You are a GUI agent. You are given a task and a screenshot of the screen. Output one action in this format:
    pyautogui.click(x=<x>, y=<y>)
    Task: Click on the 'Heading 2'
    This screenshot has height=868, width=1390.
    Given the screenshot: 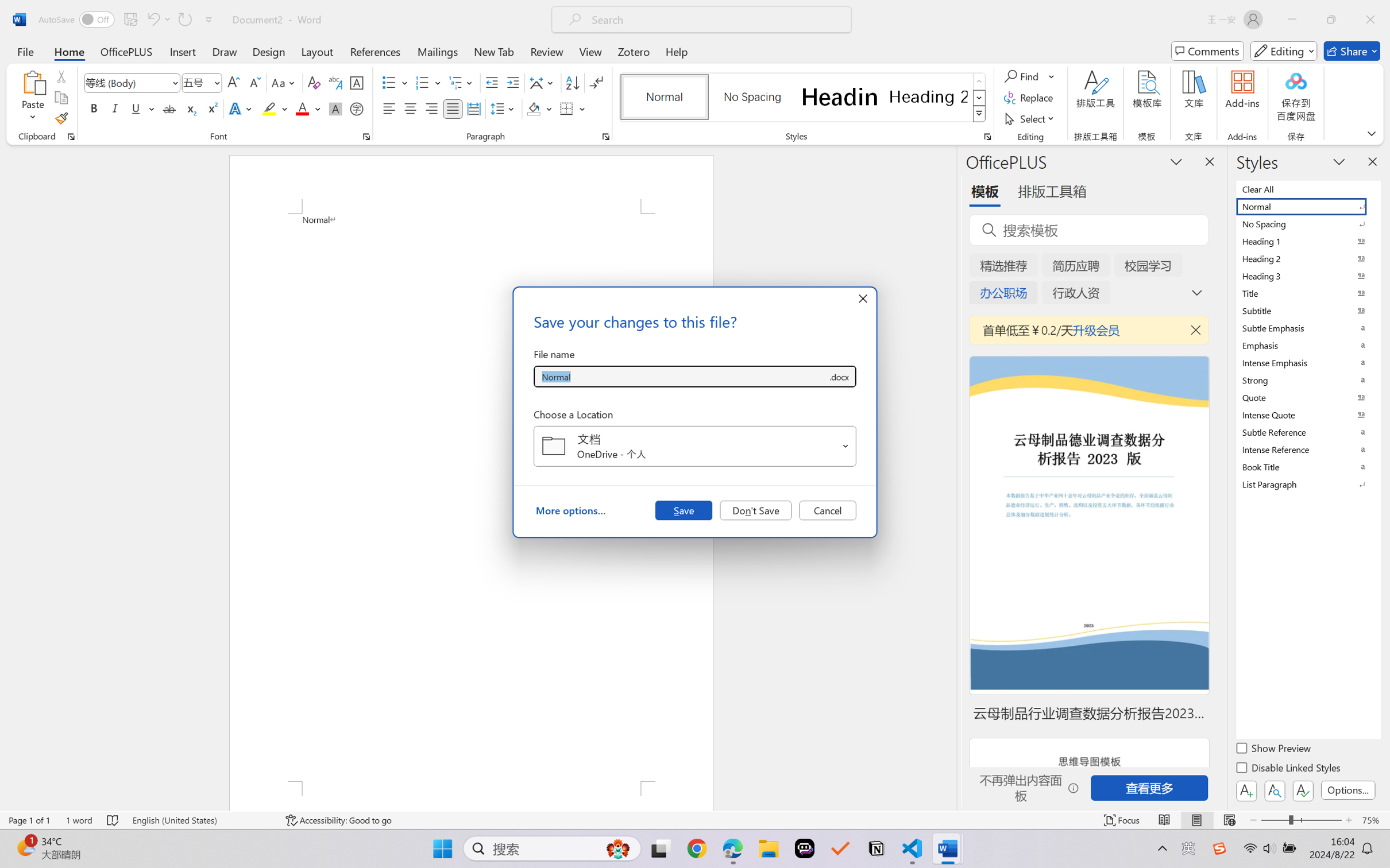 What is the action you would take?
    pyautogui.click(x=928, y=96)
    